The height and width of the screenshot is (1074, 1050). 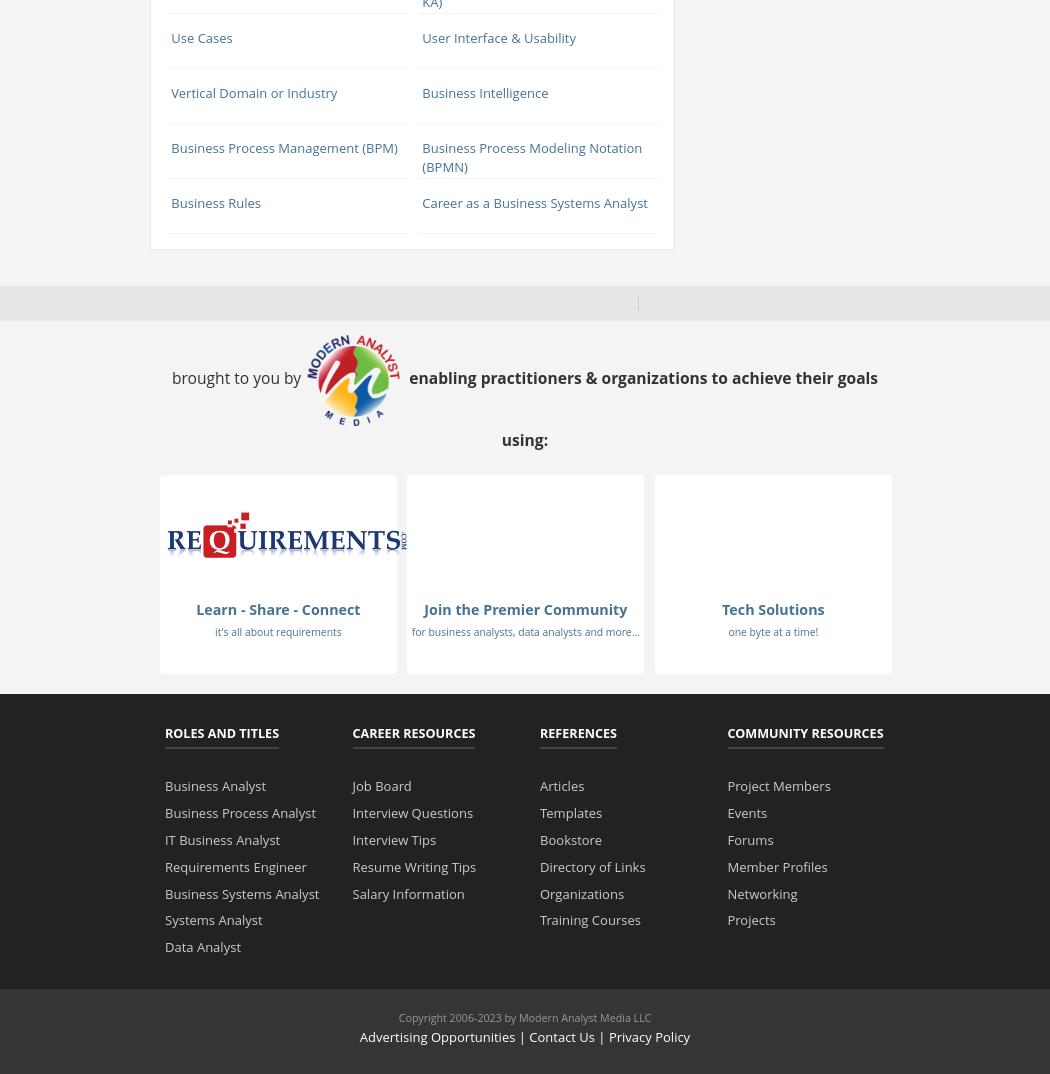 What do you see at coordinates (561, 784) in the screenshot?
I see `'Articles'` at bounding box center [561, 784].